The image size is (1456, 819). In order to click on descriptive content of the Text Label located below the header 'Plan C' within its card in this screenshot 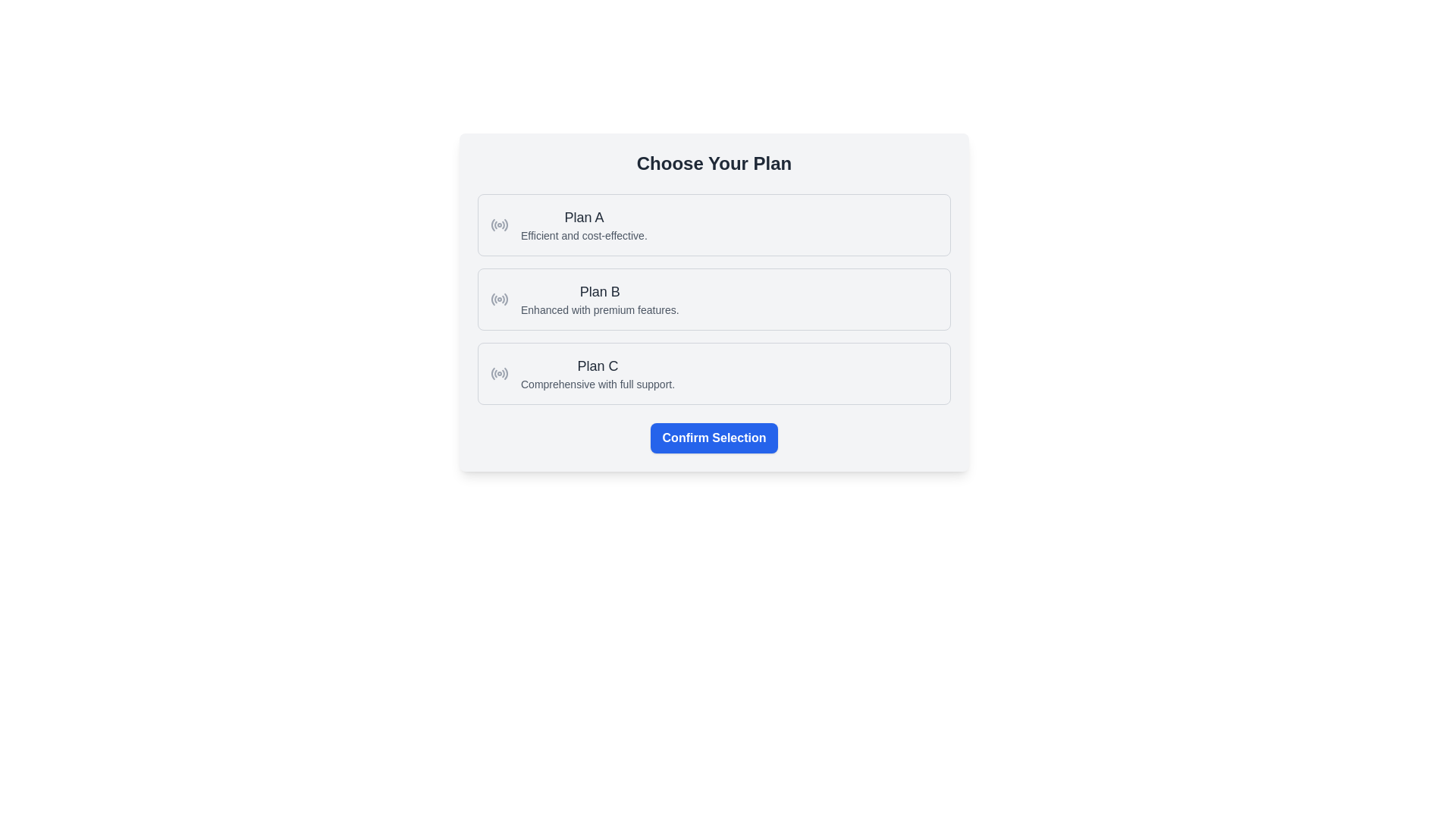, I will do `click(597, 383)`.